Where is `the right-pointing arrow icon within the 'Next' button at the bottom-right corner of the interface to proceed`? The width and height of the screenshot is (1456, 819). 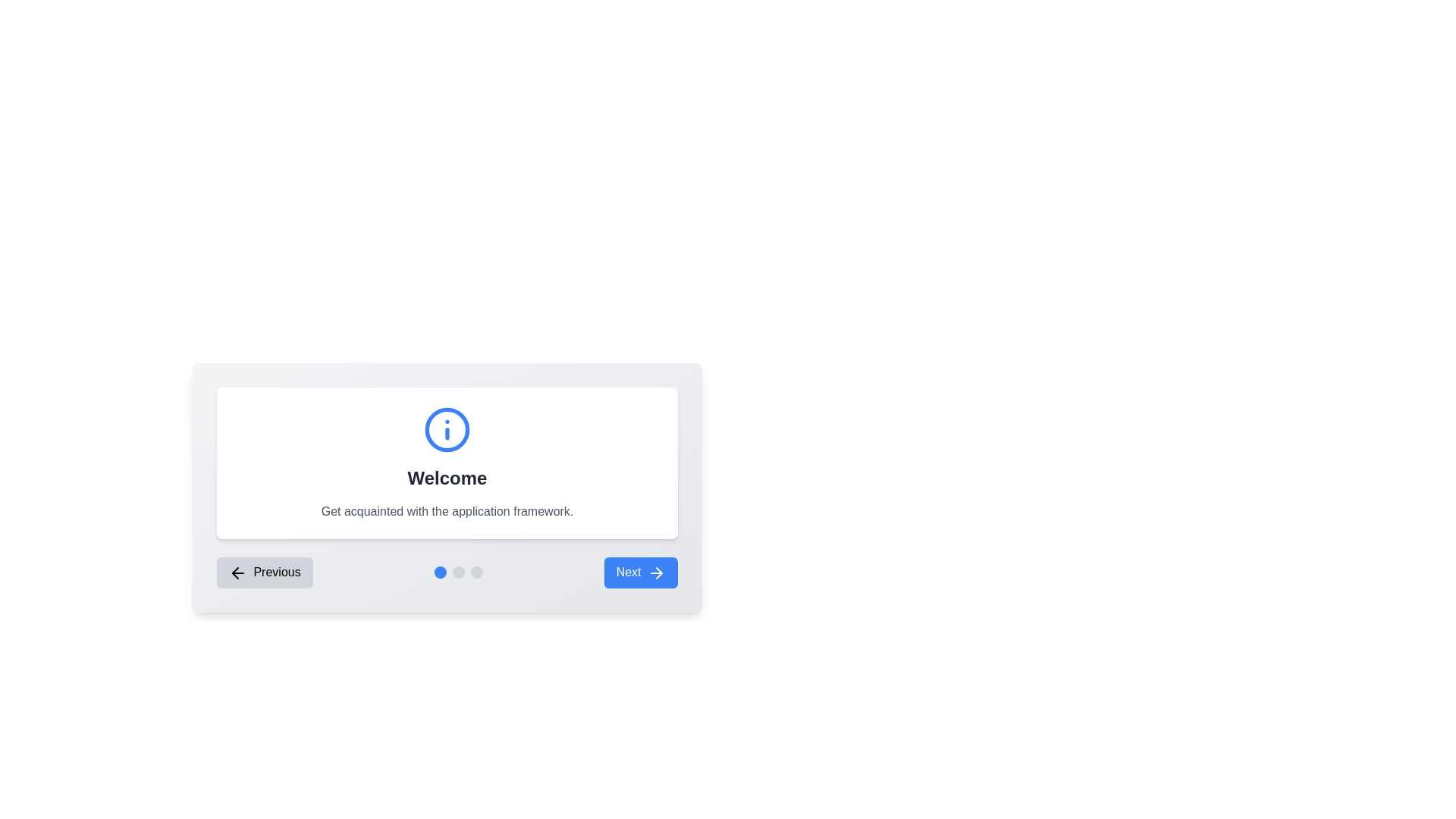
the right-pointing arrow icon within the 'Next' button at the bottom-right corner of the interface to proceed is located at coordinates (659, 573).